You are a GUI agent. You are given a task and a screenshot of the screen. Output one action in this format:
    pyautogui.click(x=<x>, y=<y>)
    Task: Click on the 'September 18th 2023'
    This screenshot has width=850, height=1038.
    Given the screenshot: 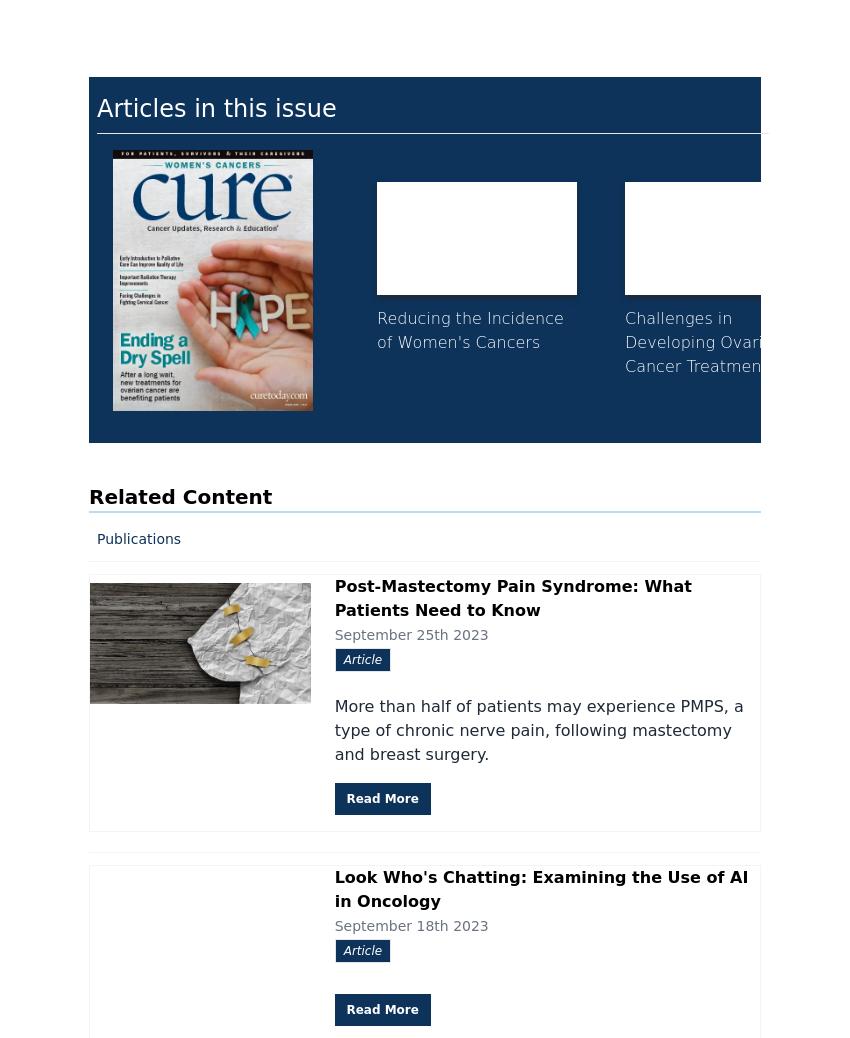 What is the action you would take?
    pyautogui.click(x=410, y=924)
    